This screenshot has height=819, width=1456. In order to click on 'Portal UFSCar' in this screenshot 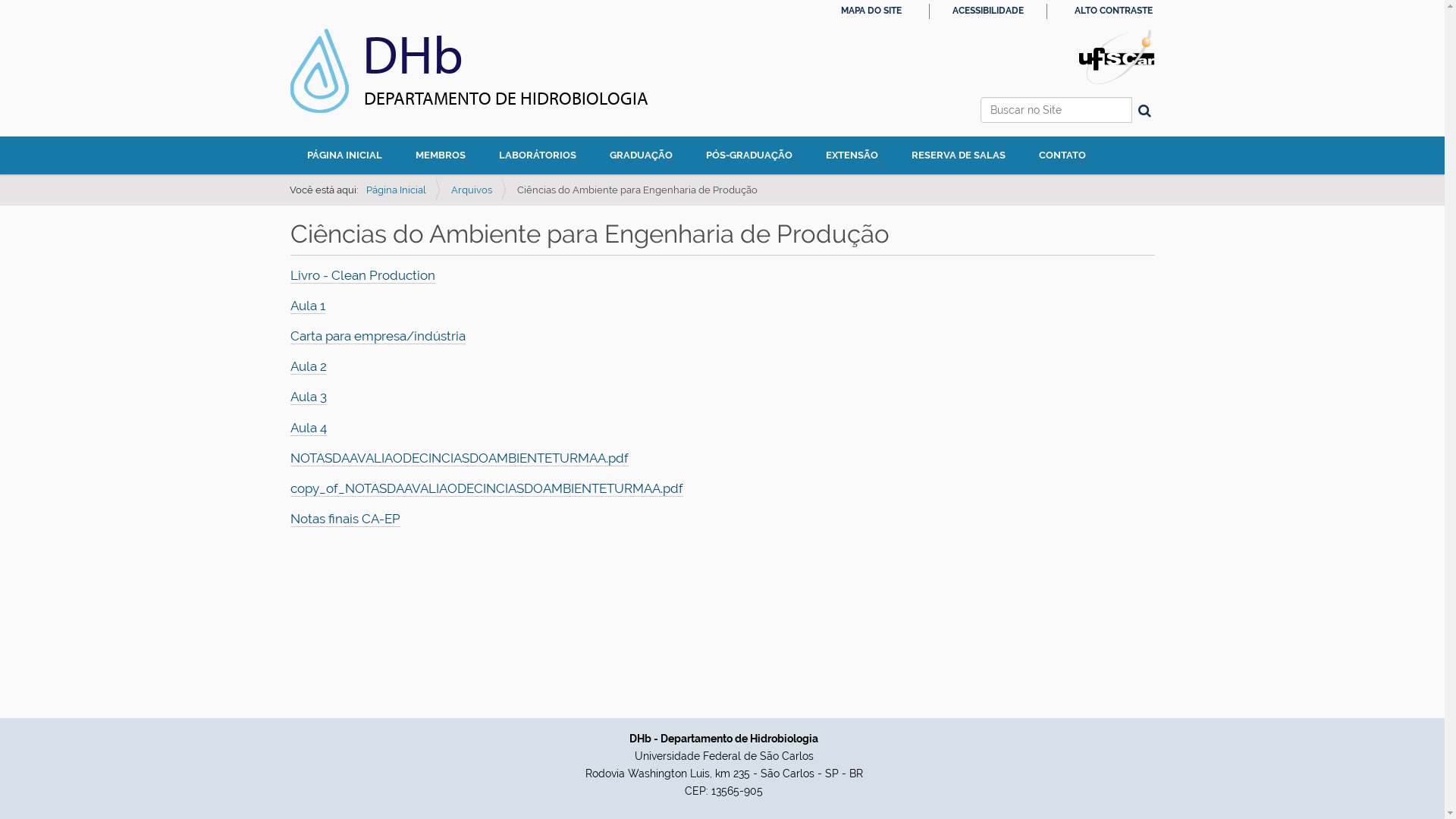, I will do `click(1116, 55)`.